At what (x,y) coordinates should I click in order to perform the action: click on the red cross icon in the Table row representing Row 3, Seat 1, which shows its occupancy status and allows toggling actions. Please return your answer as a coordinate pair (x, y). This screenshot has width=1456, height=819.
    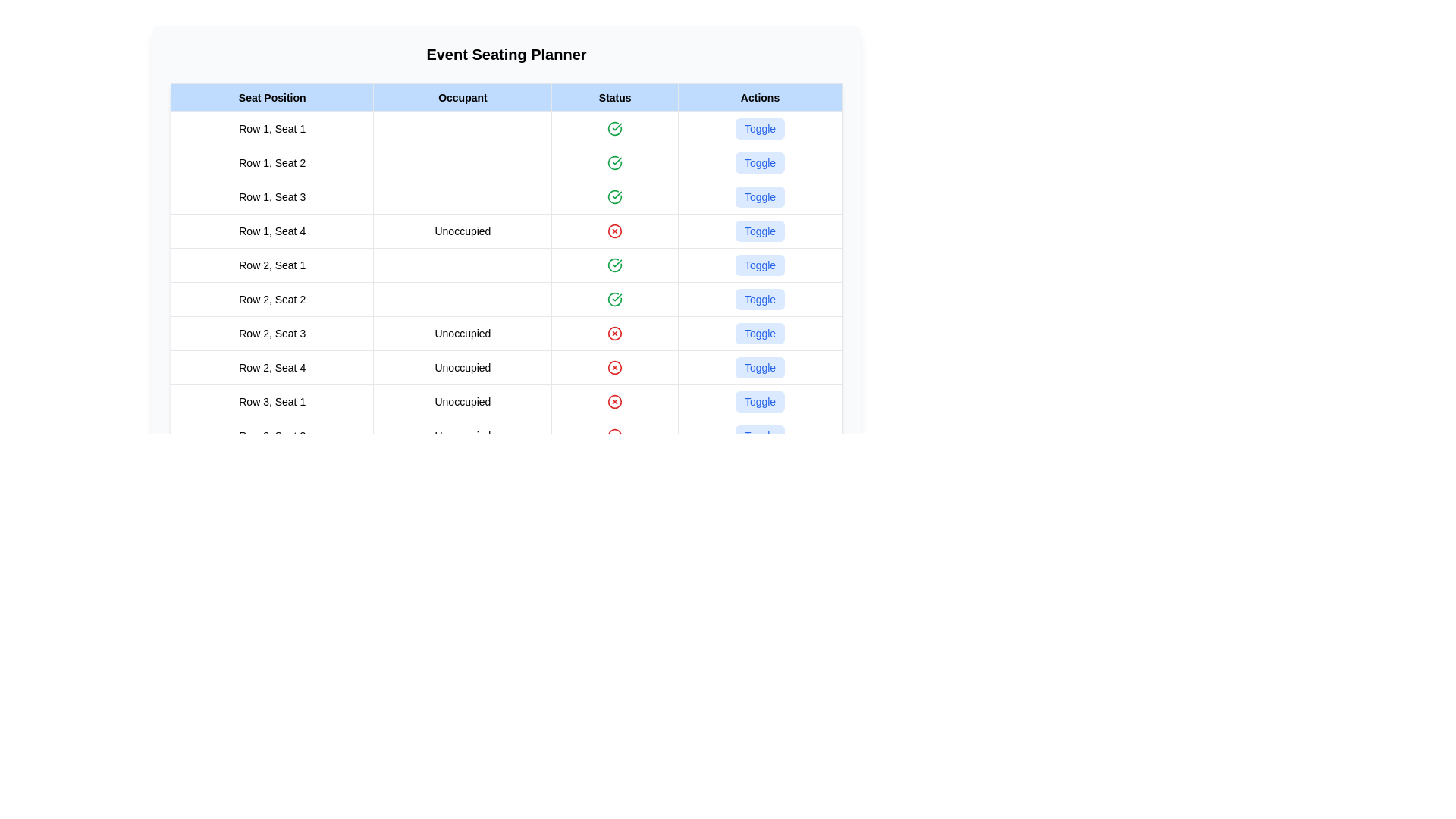
    Looking at the image, I should click on (506, 400).